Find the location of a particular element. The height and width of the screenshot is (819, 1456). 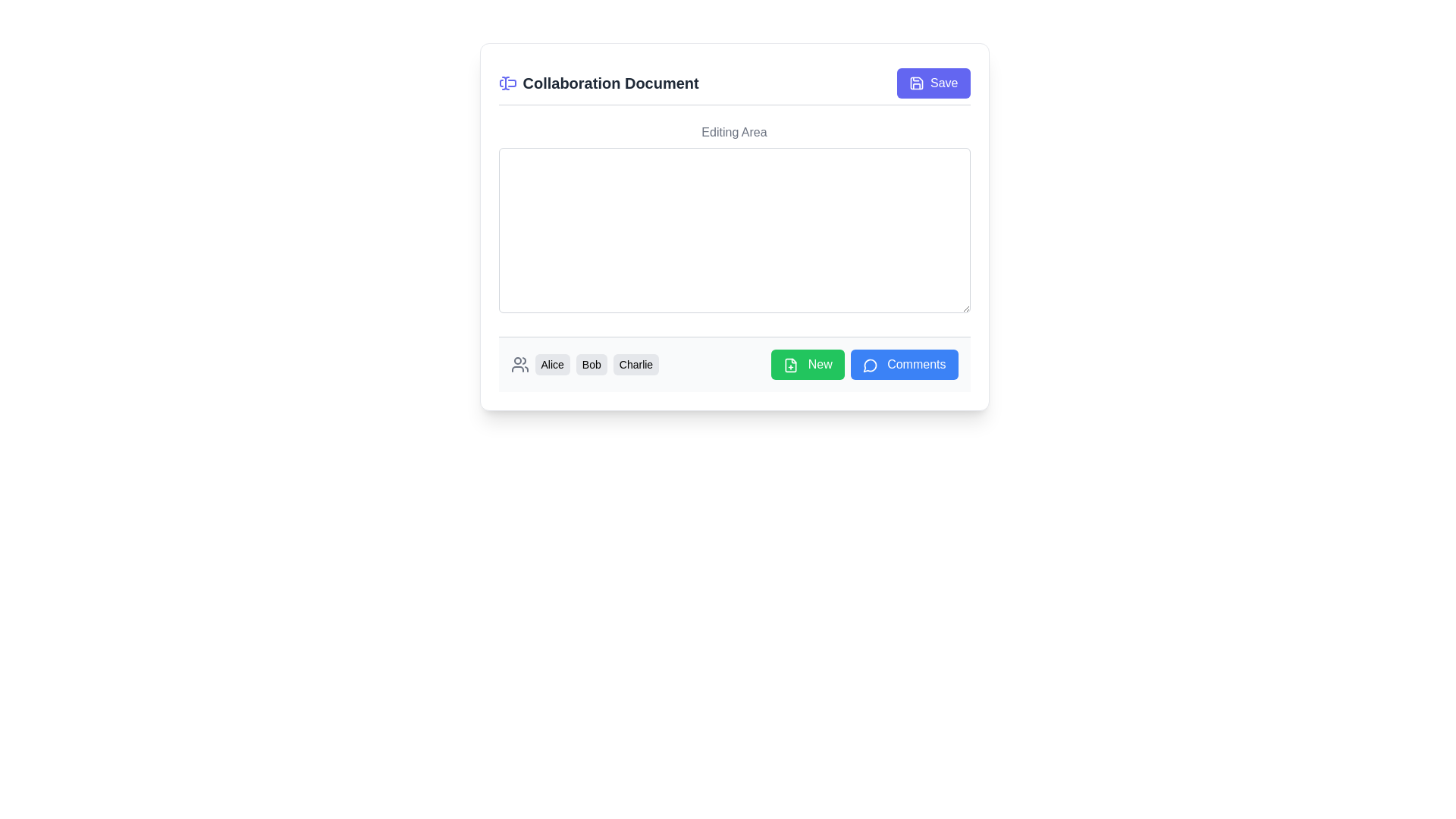

the green button labeled 'New' with a document plus icon to initiate the creation process is located at coordinates (807, 365).